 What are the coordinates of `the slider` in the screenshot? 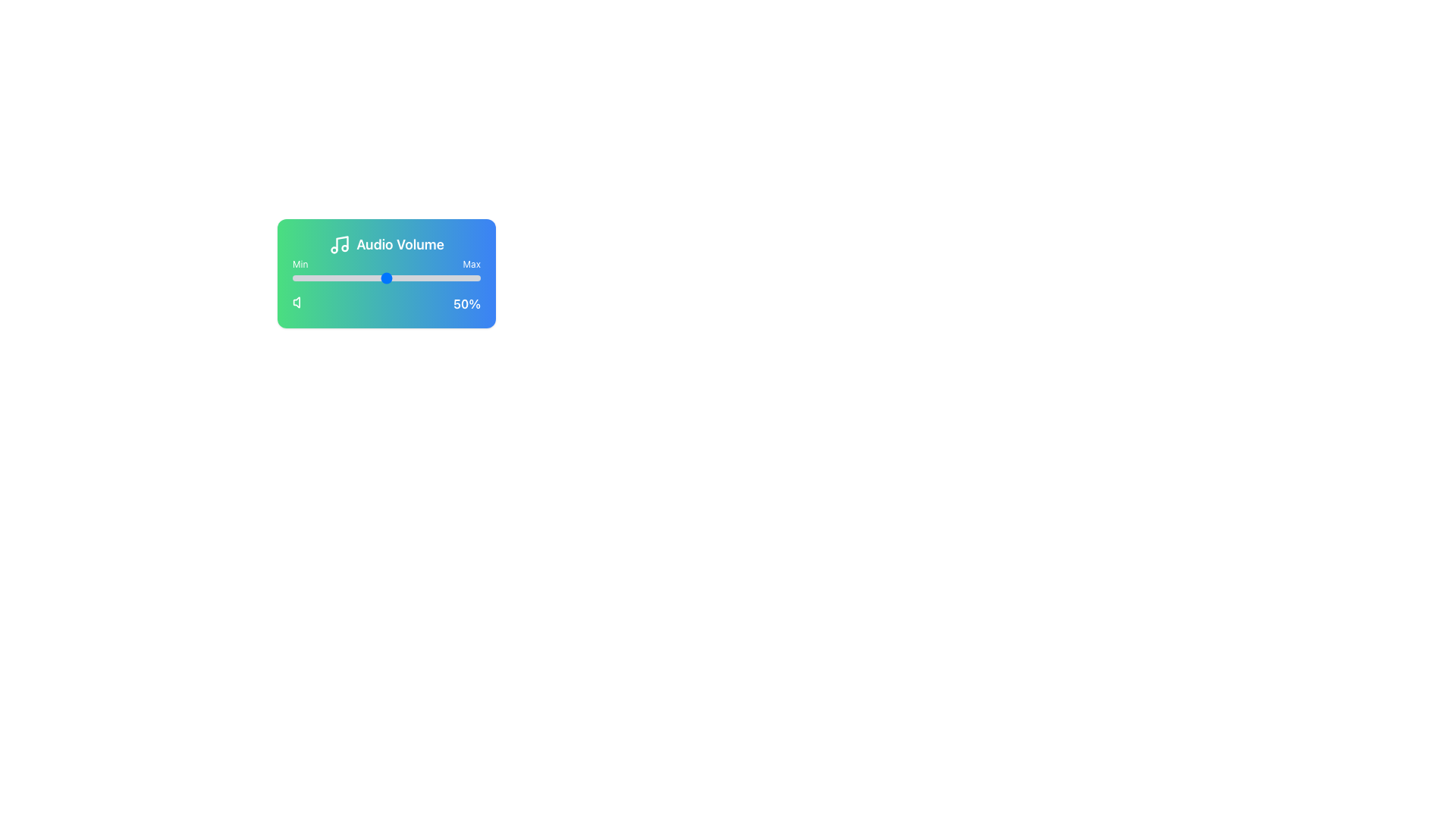 It's located at (475, 278).